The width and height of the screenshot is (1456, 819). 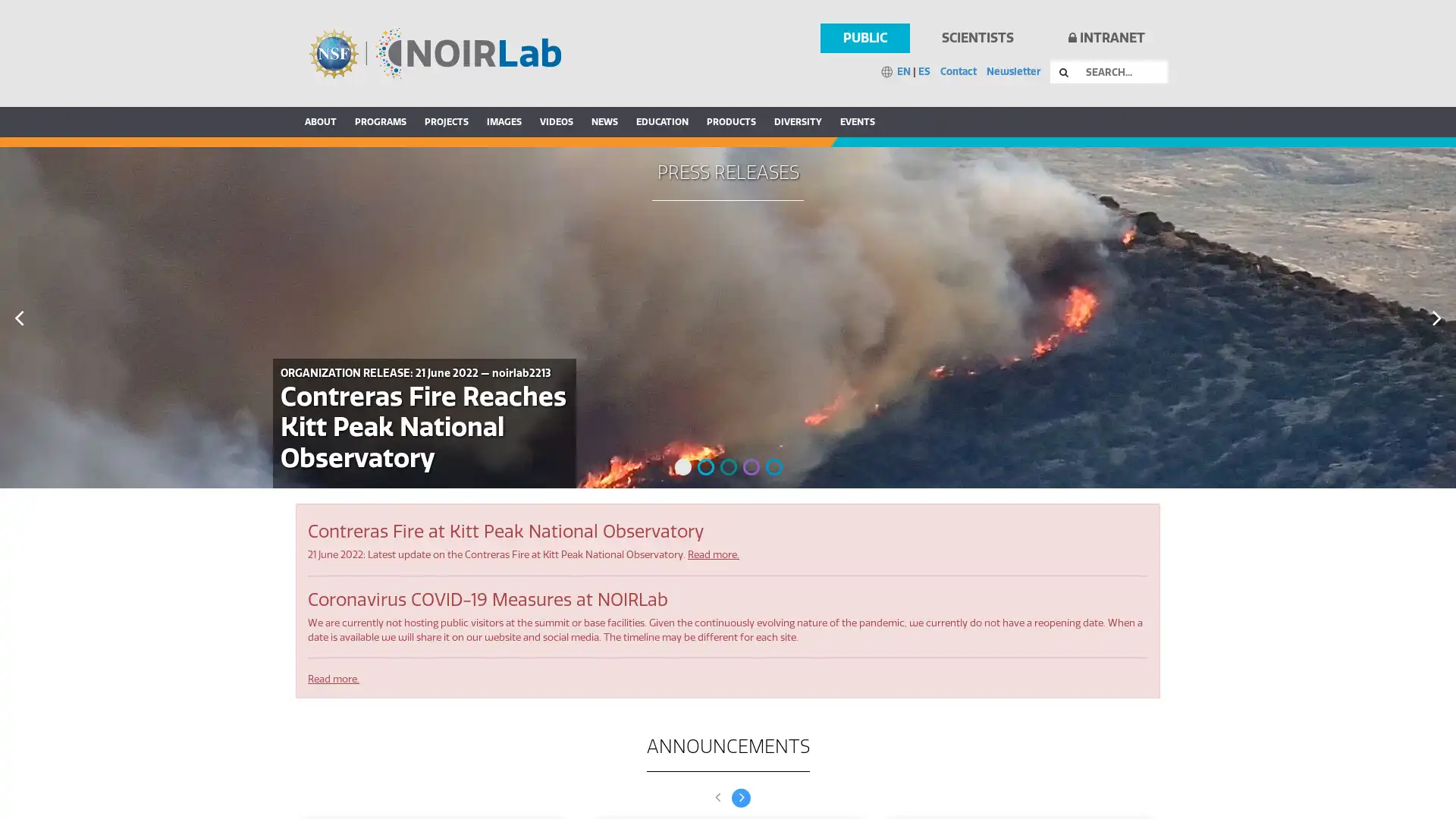 I want to click on 4, so click(x=751, y=466).